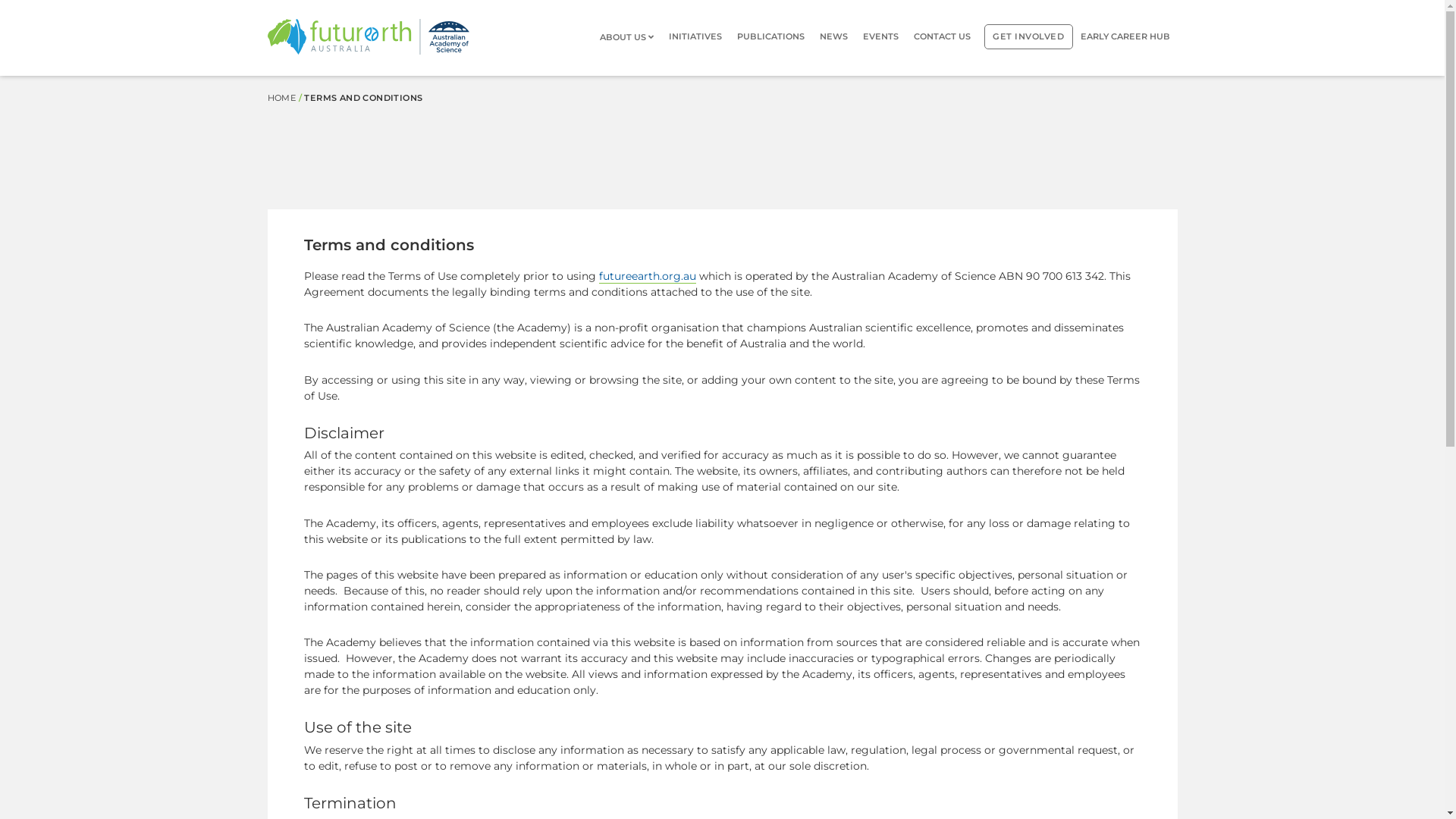 The width and height of the screenshot is (1456, 819). I want to click on 'NEWS', so click(833, 36).